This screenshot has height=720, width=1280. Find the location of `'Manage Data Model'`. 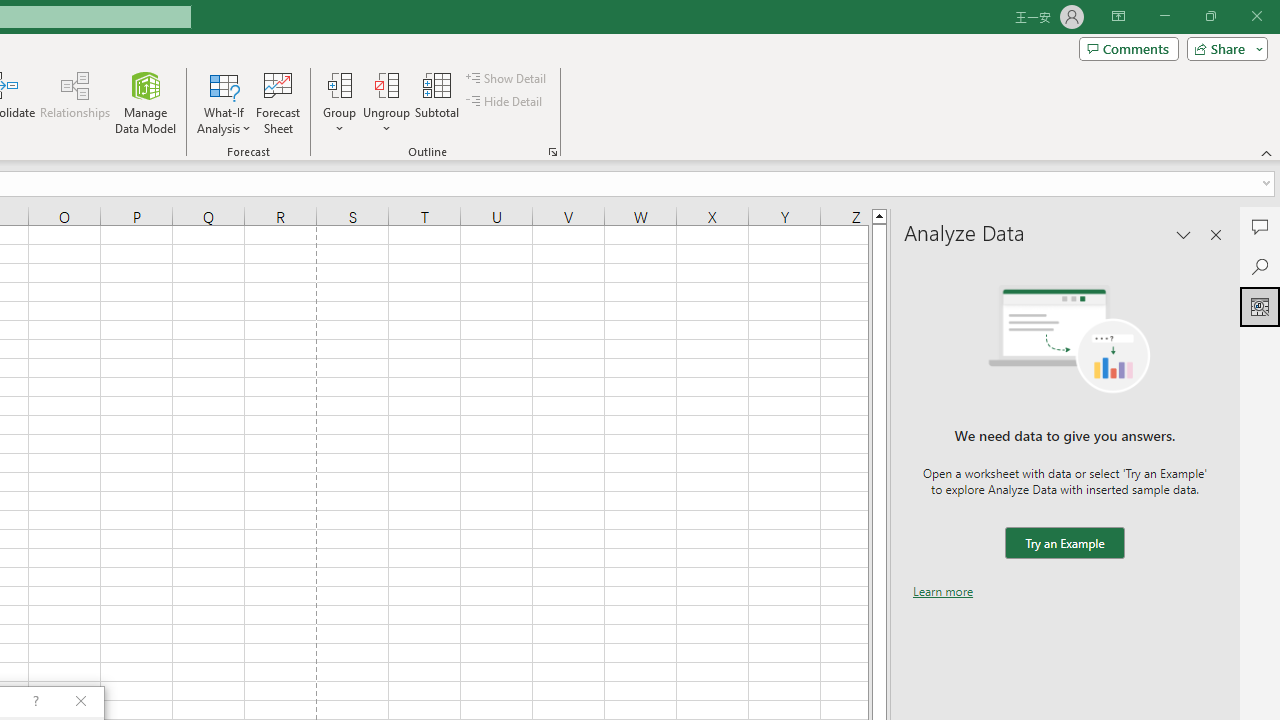

'Manage Data Model' is located at coordinates (144, 103).